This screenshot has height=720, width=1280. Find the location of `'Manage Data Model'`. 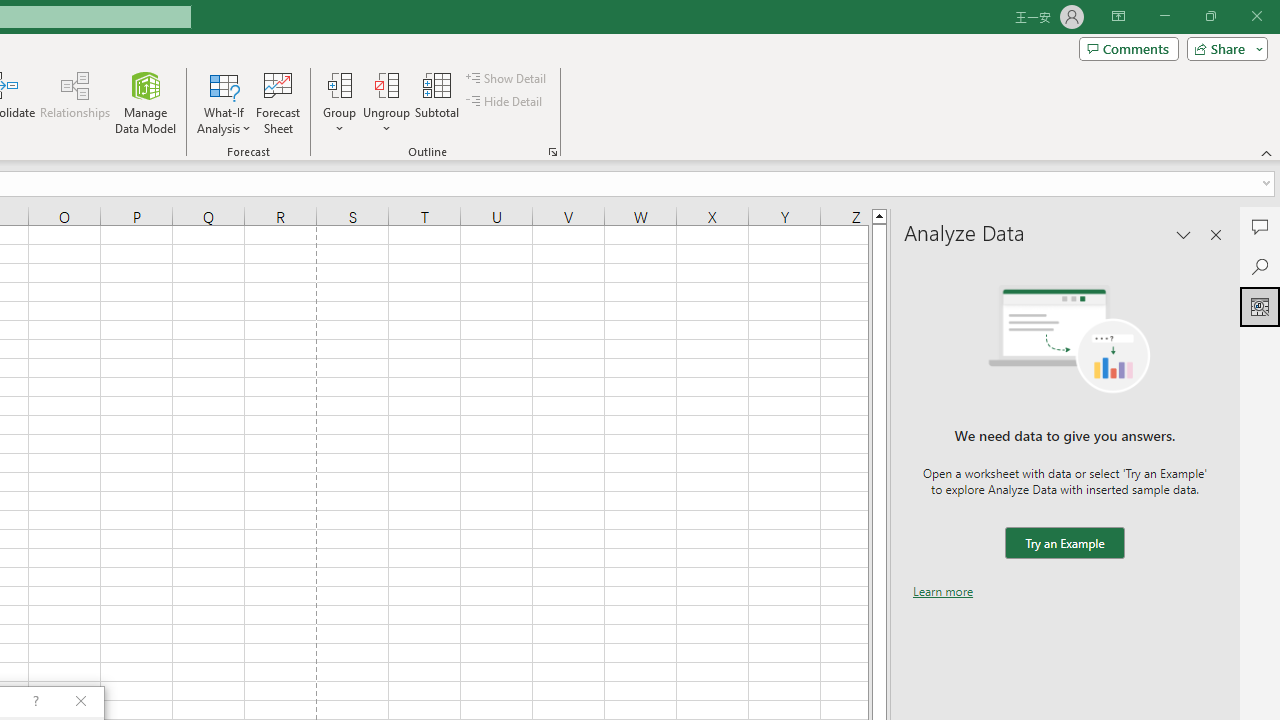

'Manage Data Model' is located at coordinates (144, 103).